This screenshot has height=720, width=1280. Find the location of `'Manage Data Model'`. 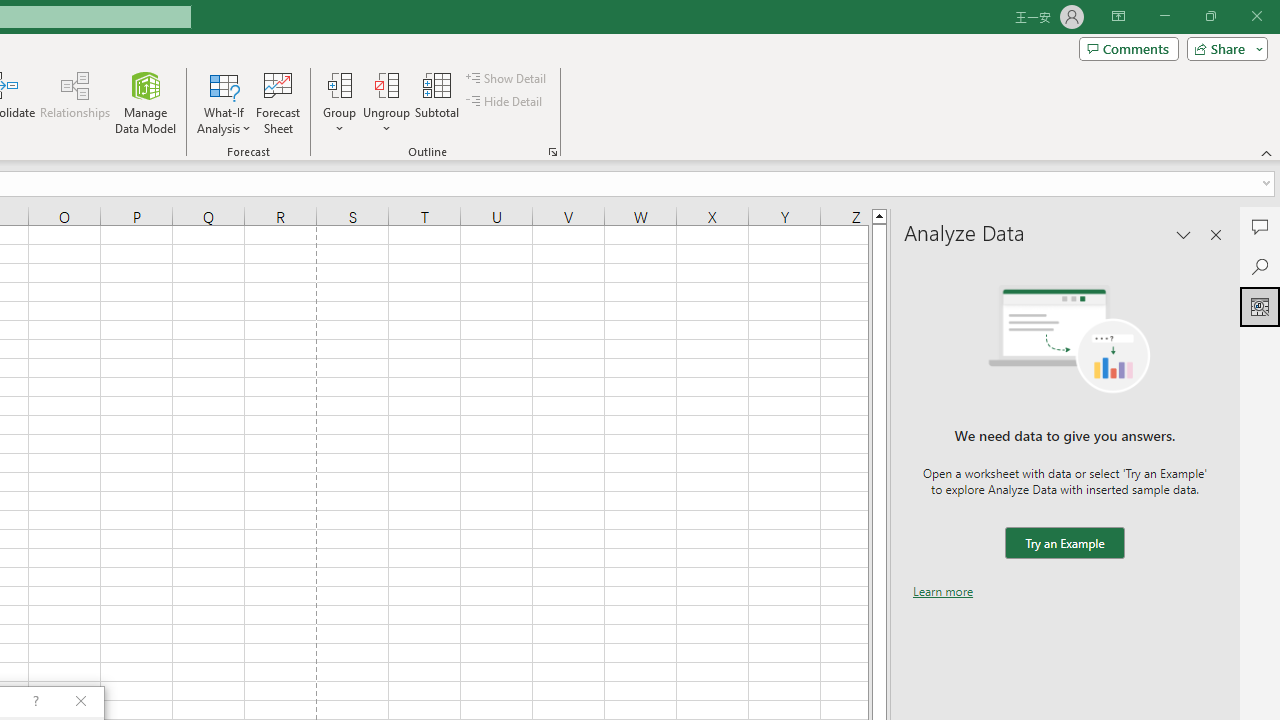

'Manage Data Model' is located at coordinates (144, 103).